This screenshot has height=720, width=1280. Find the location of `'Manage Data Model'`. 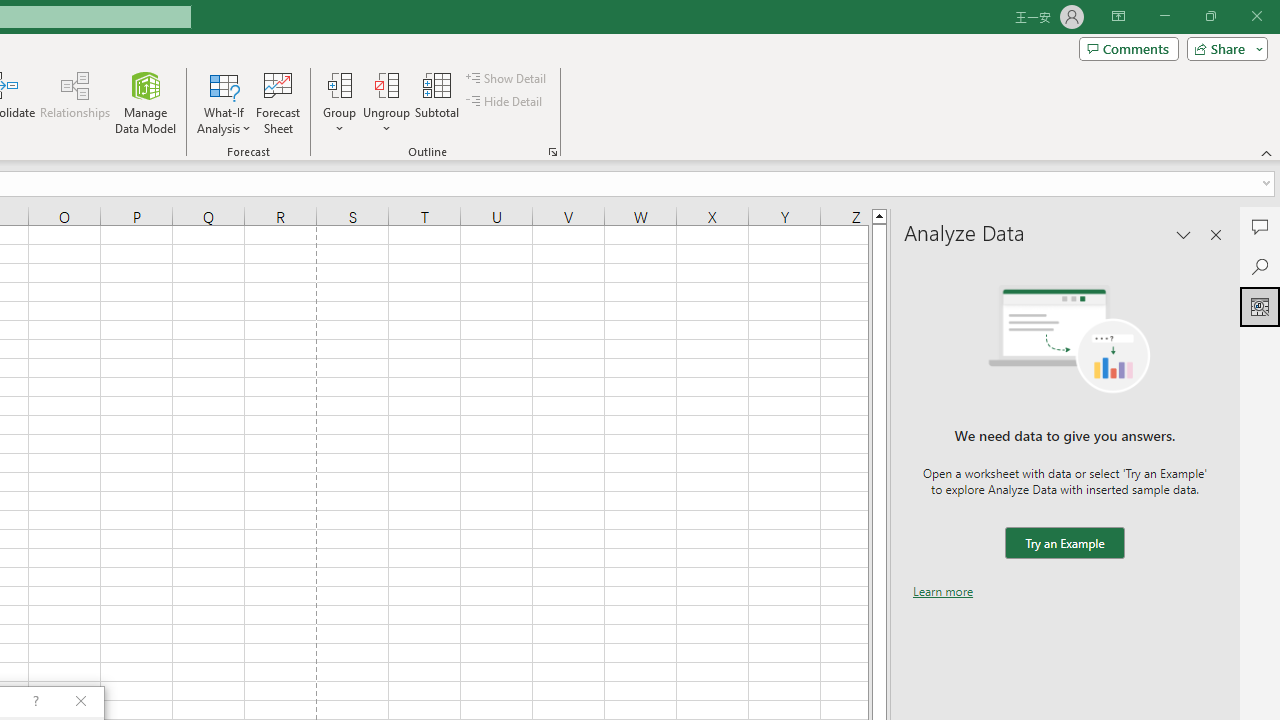

'Manage Data Model' is located at coordinates (144, 103).